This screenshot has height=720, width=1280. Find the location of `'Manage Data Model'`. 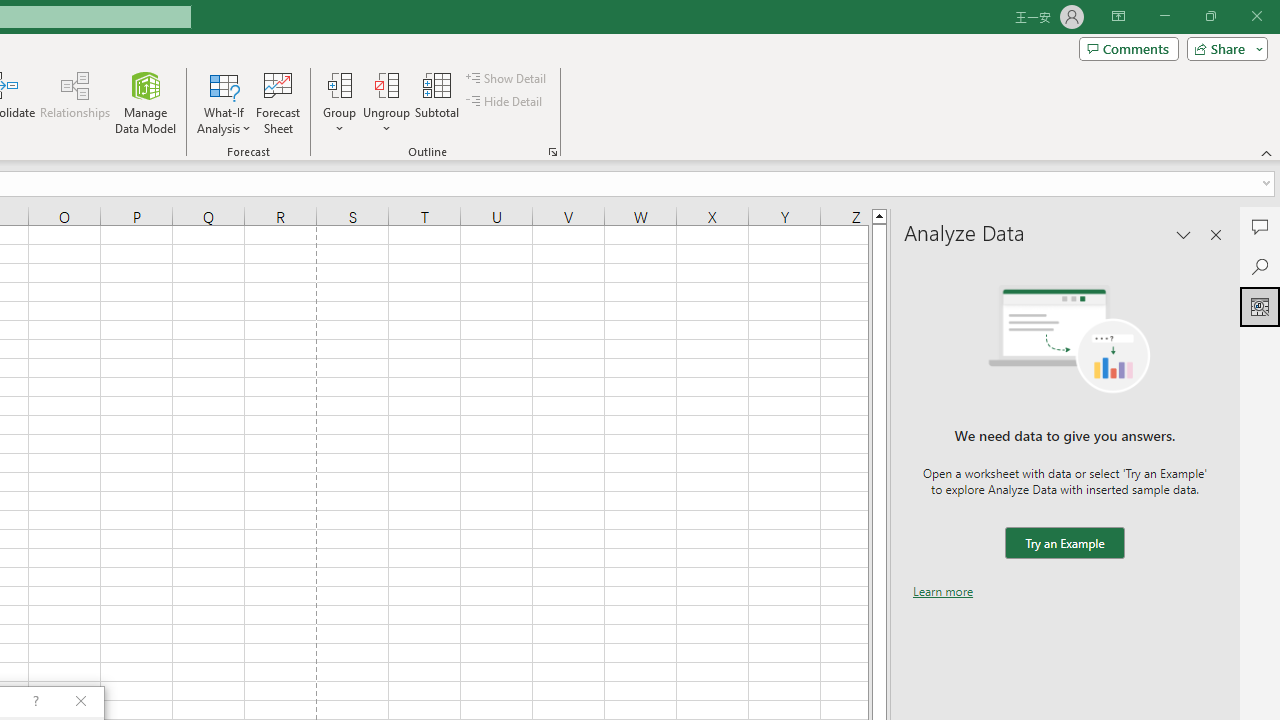

'Manage Data Model' is located at coordinates (144, 103).